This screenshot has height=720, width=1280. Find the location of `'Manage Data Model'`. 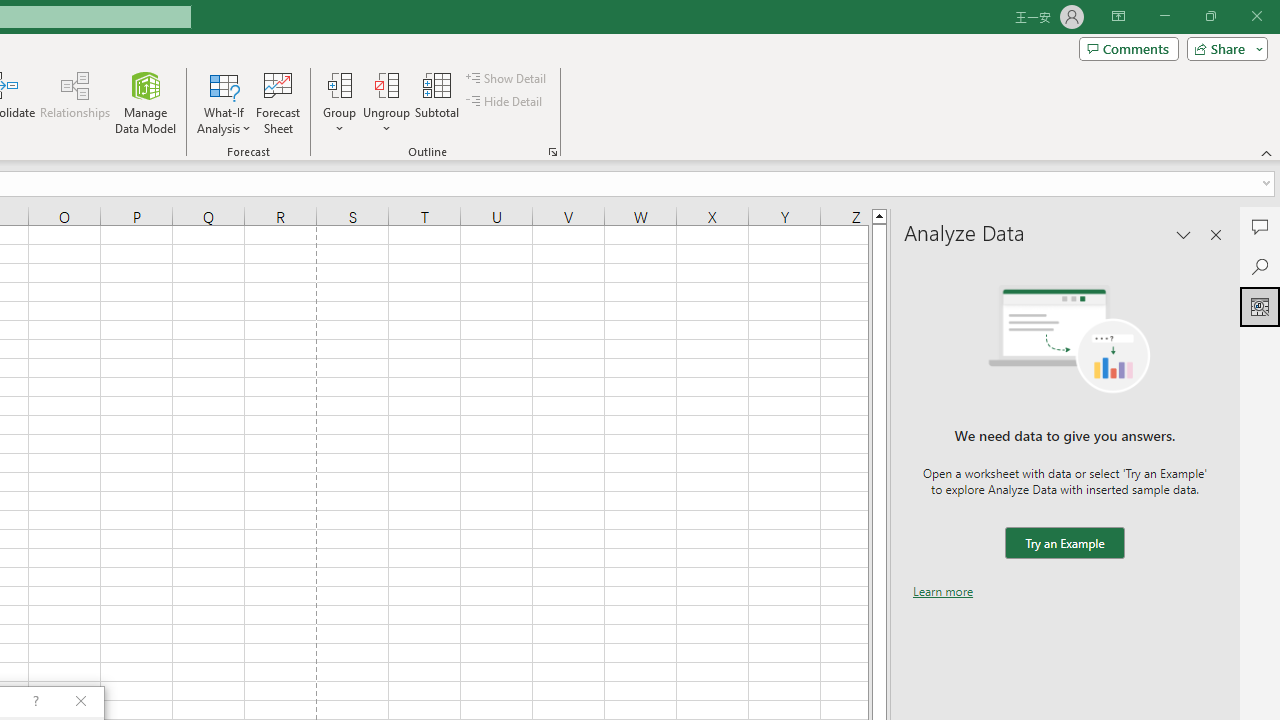

'Manage Data Model' is located at coordinates (144, 103).